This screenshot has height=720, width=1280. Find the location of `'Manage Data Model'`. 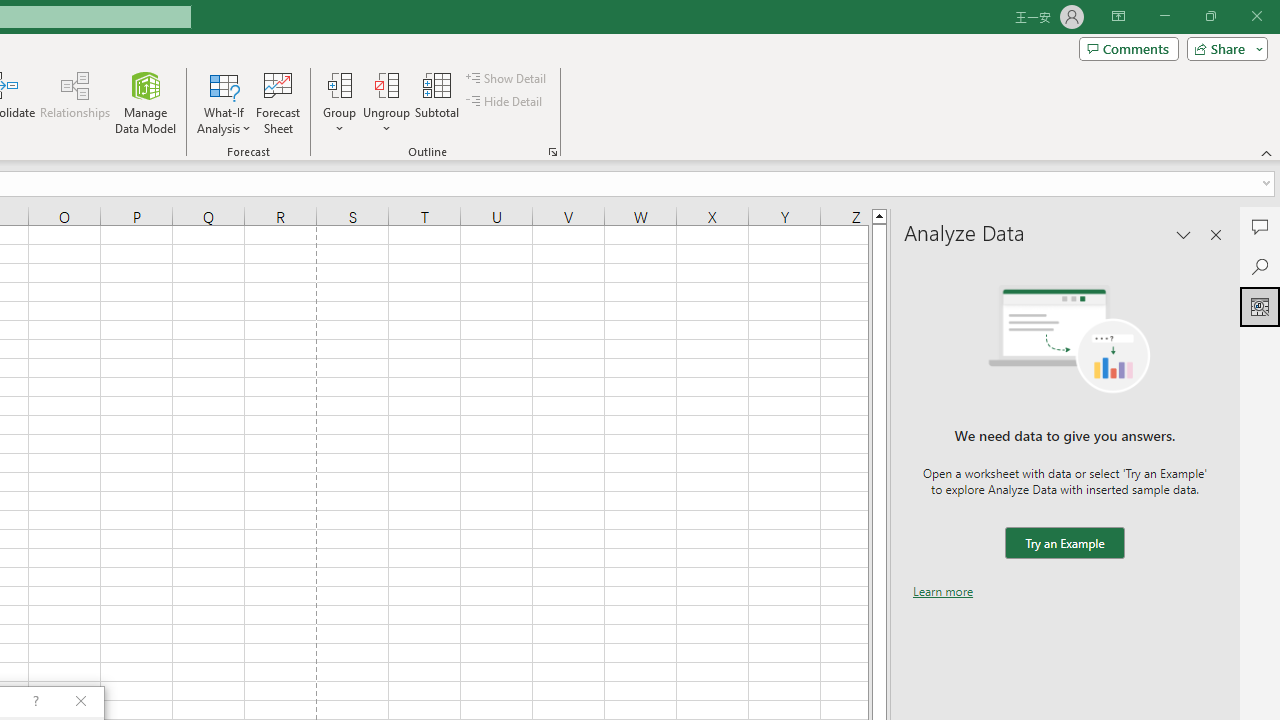

'Manage Data Model' is located at coordinates (144, 103).